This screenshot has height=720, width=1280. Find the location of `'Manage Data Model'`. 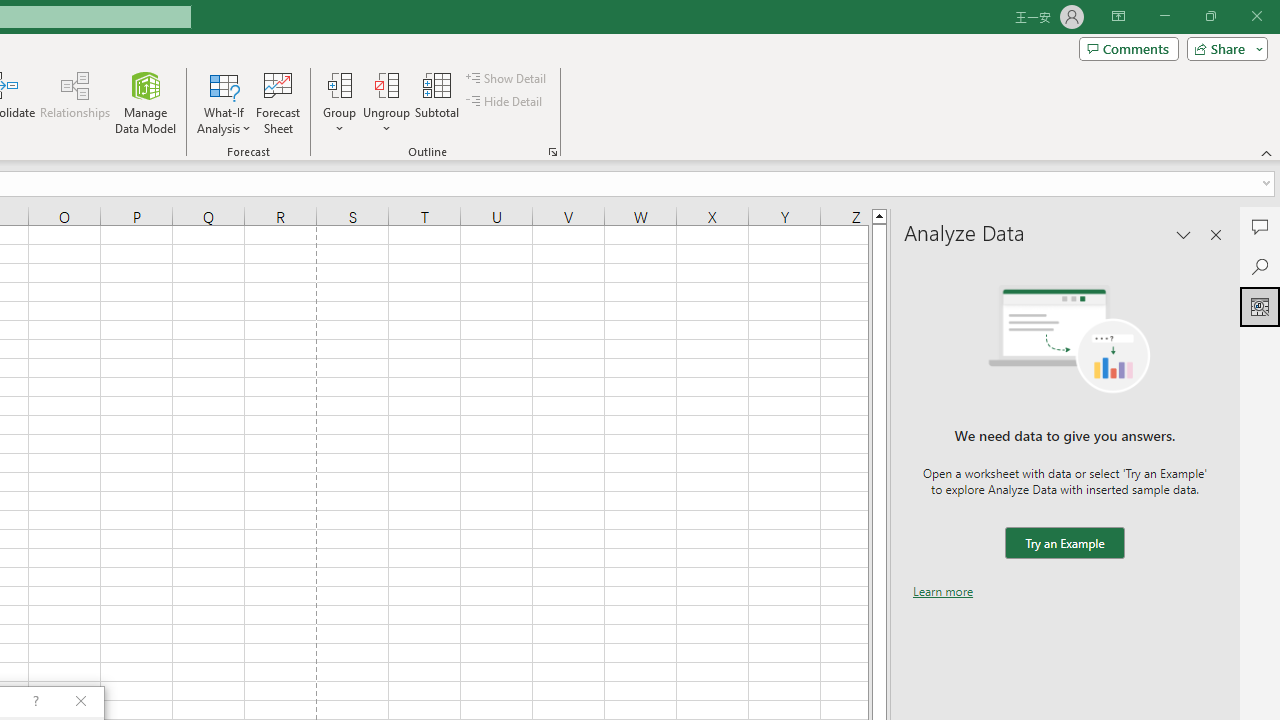

'Manage Data Model' is located at coordinates (144, 103).